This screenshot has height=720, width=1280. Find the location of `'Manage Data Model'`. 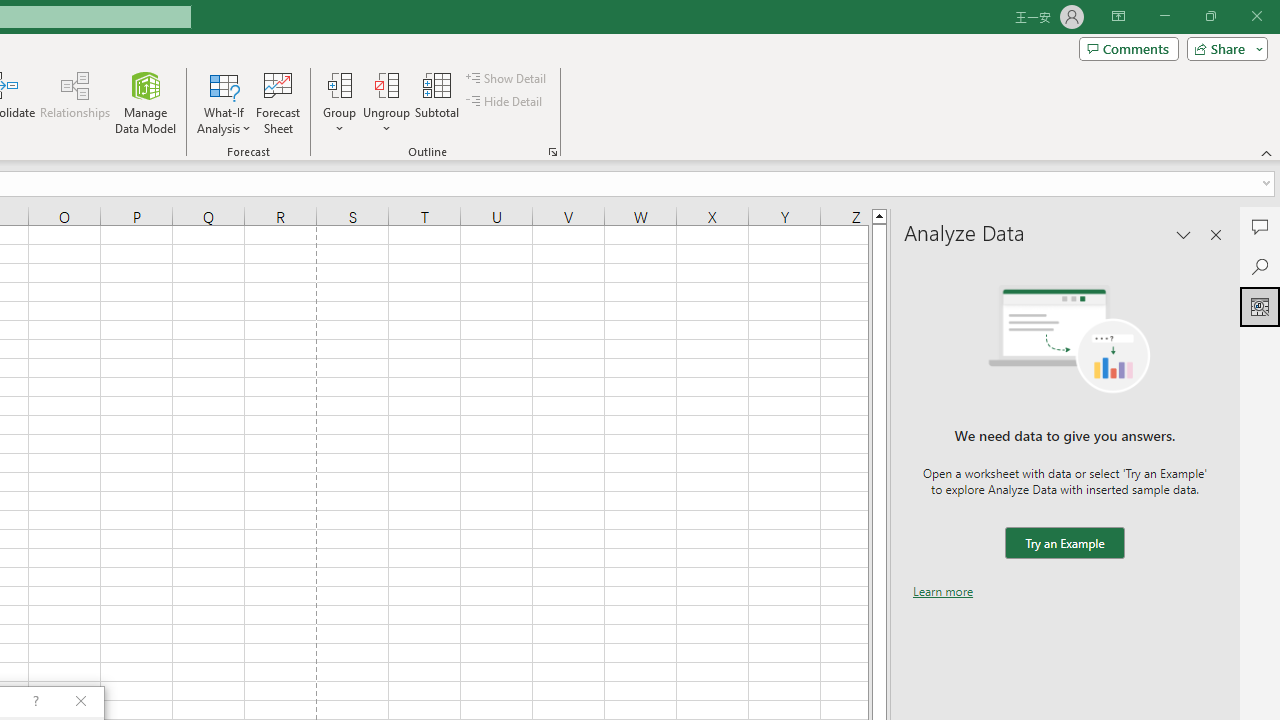

'Manage Data Model' is located at coordinates (144, 103).